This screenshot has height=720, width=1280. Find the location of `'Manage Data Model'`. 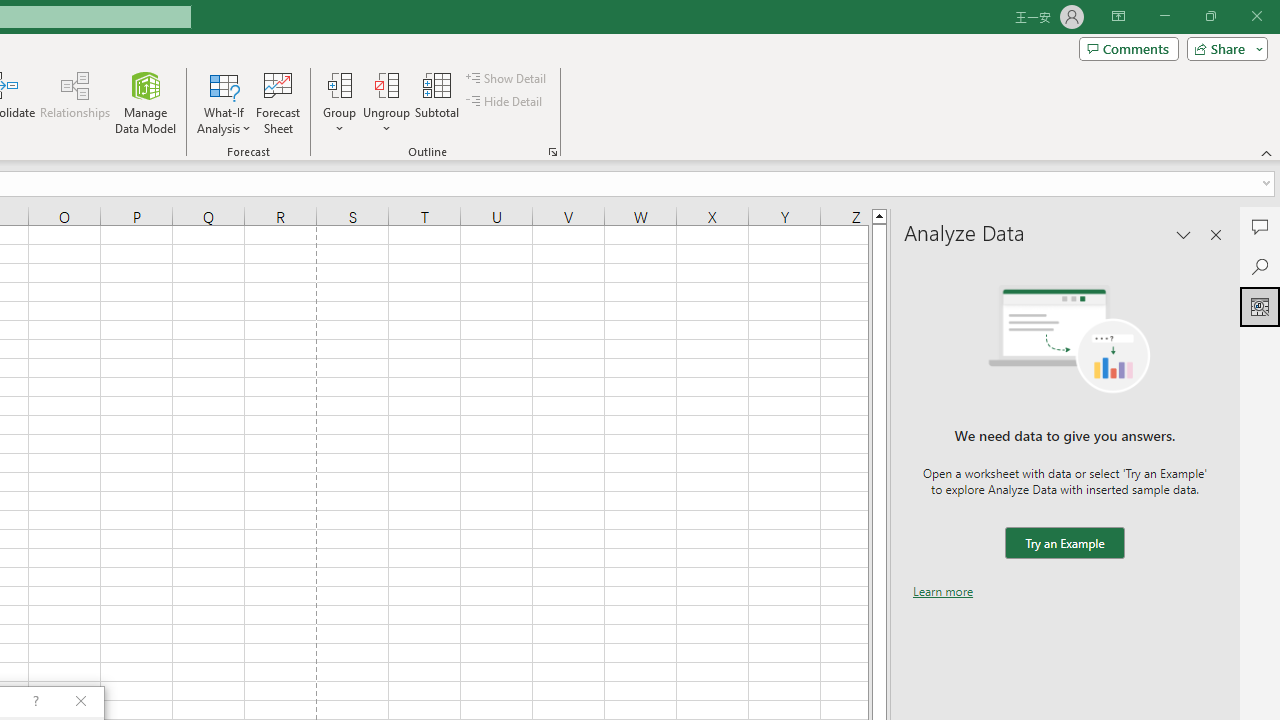

'Manage Data Model' is located at coordinates (144, 103).